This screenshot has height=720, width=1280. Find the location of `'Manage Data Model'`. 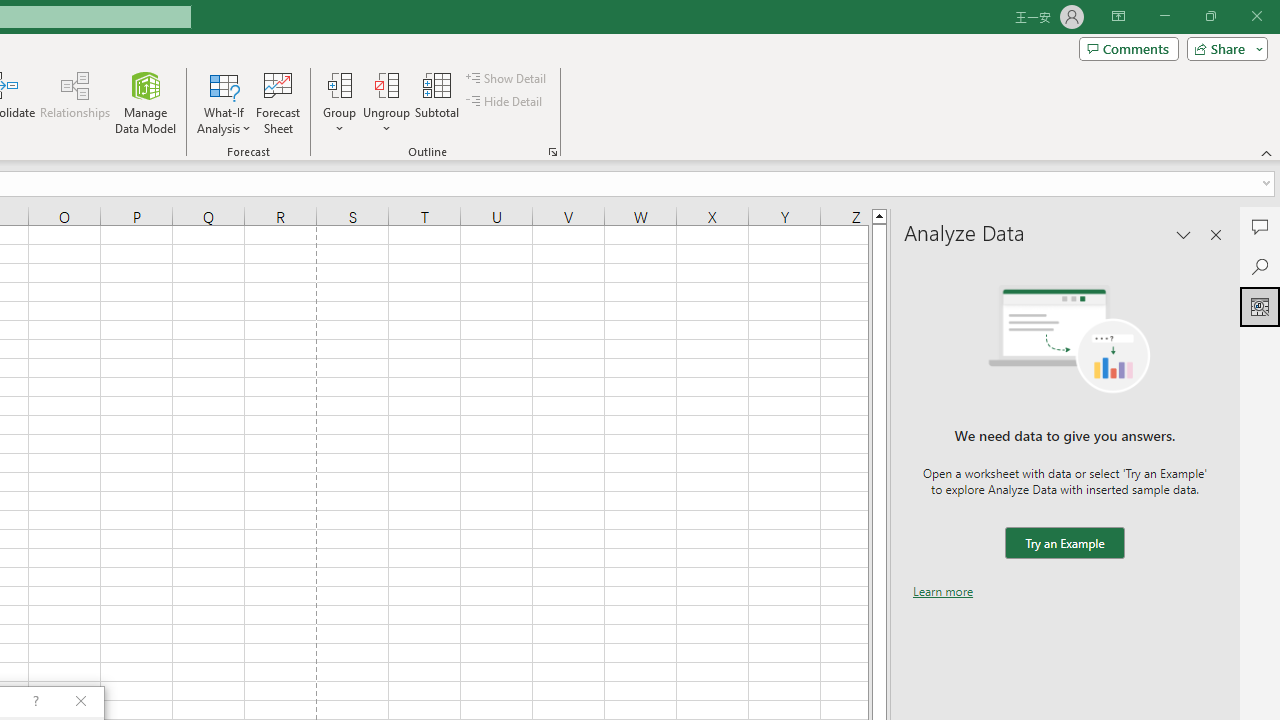

'Manage Data Model' is located at coordinates (144, 103).